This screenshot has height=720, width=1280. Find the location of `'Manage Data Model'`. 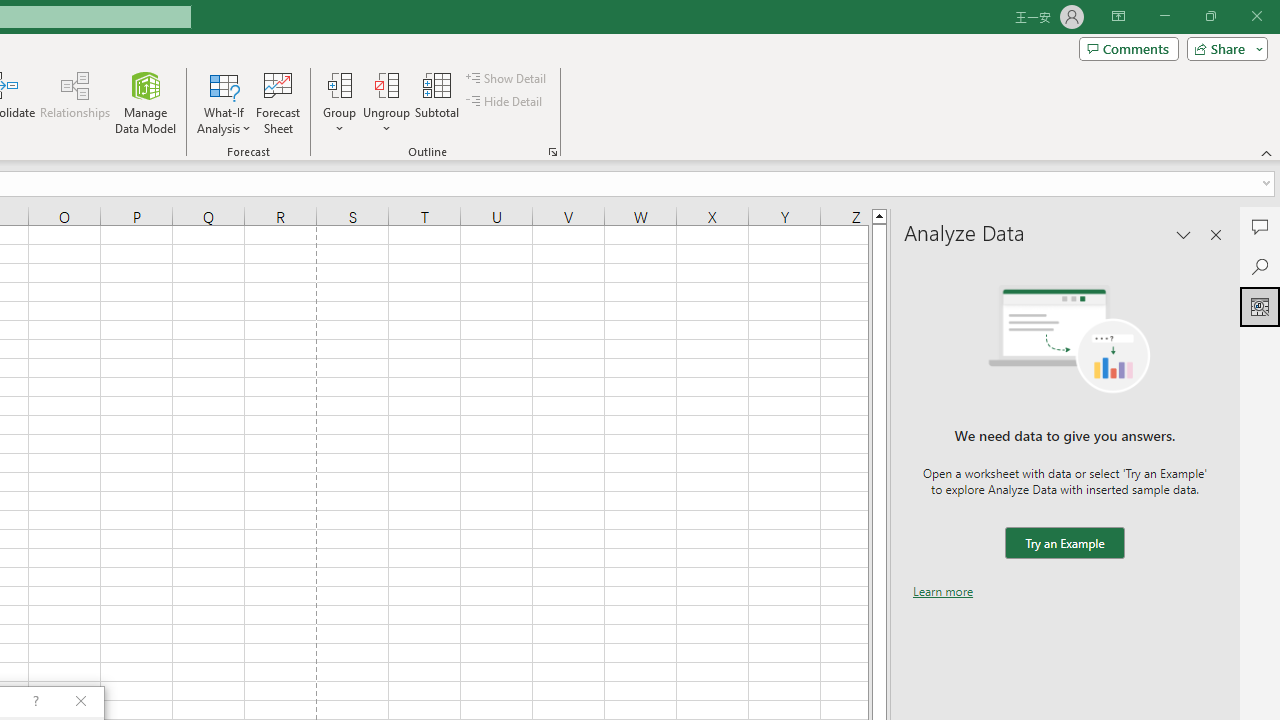

'Manage Data Model' is located at coordinates (144, 103).